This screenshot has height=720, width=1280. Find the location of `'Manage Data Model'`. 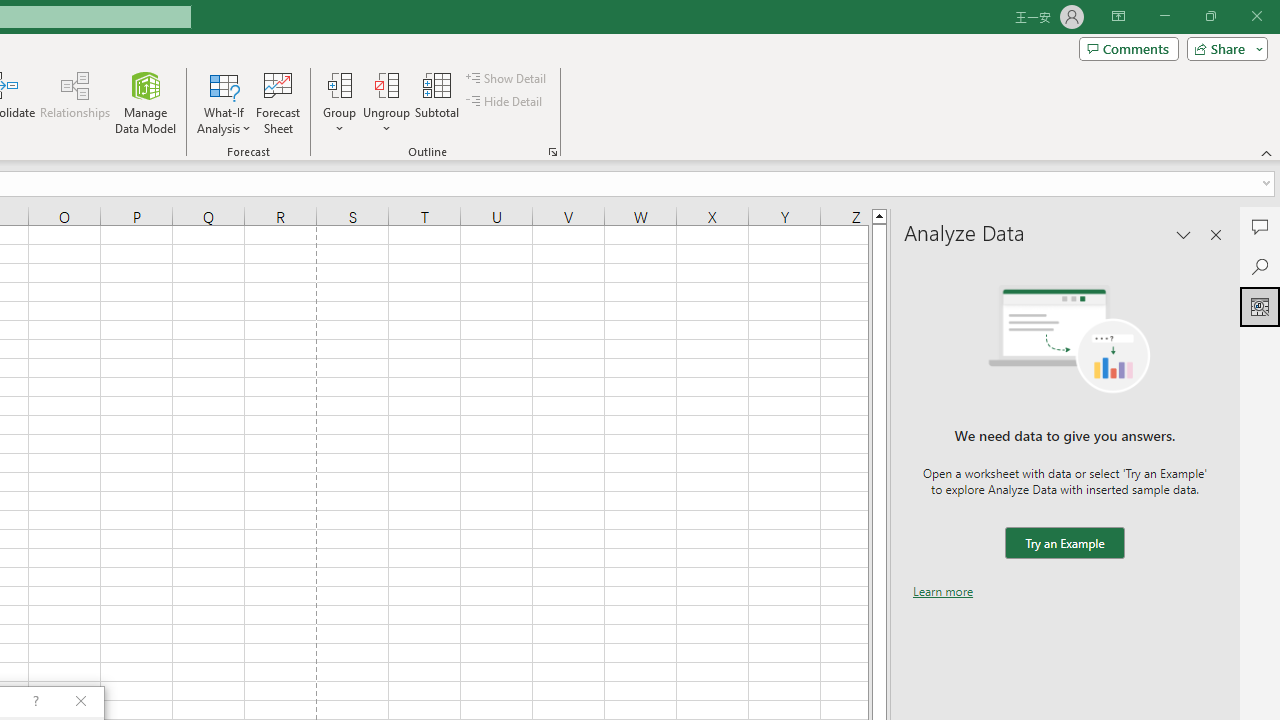

'Manage Data Model' is located at coordinates (144, 103).